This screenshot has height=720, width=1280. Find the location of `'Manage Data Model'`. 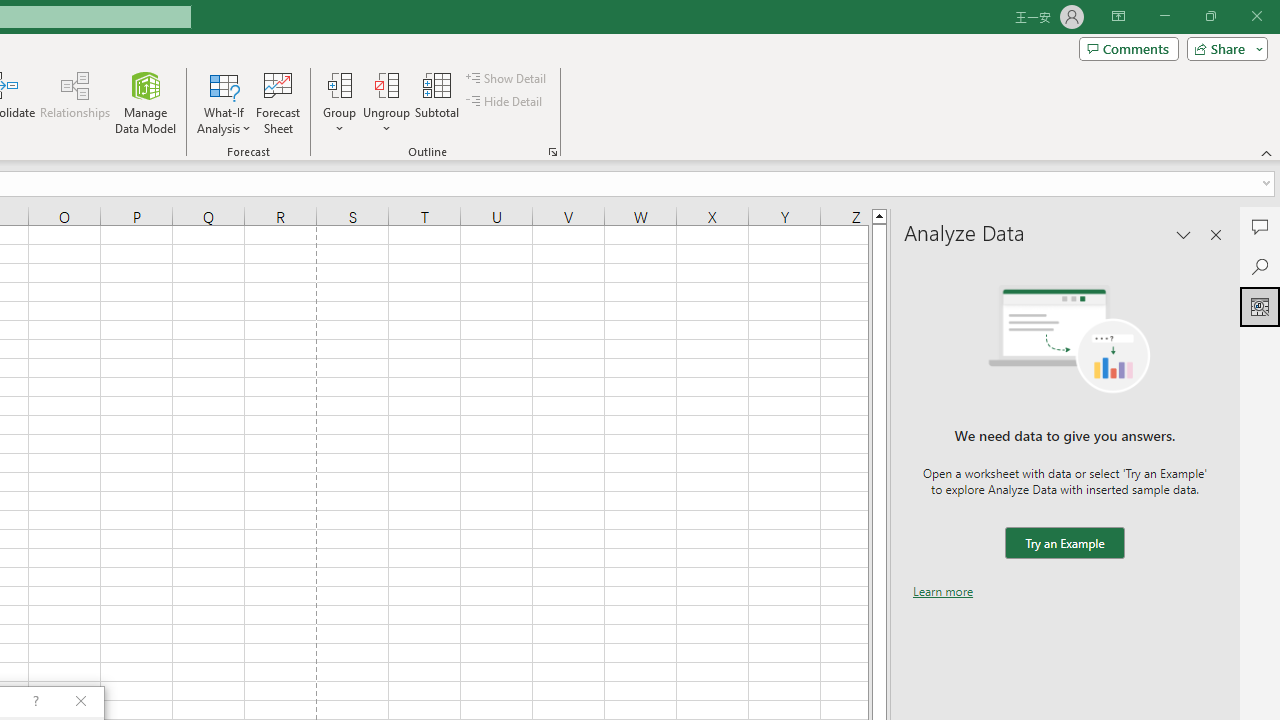

'Manage Data Model' is located at coordinates (144, 103).